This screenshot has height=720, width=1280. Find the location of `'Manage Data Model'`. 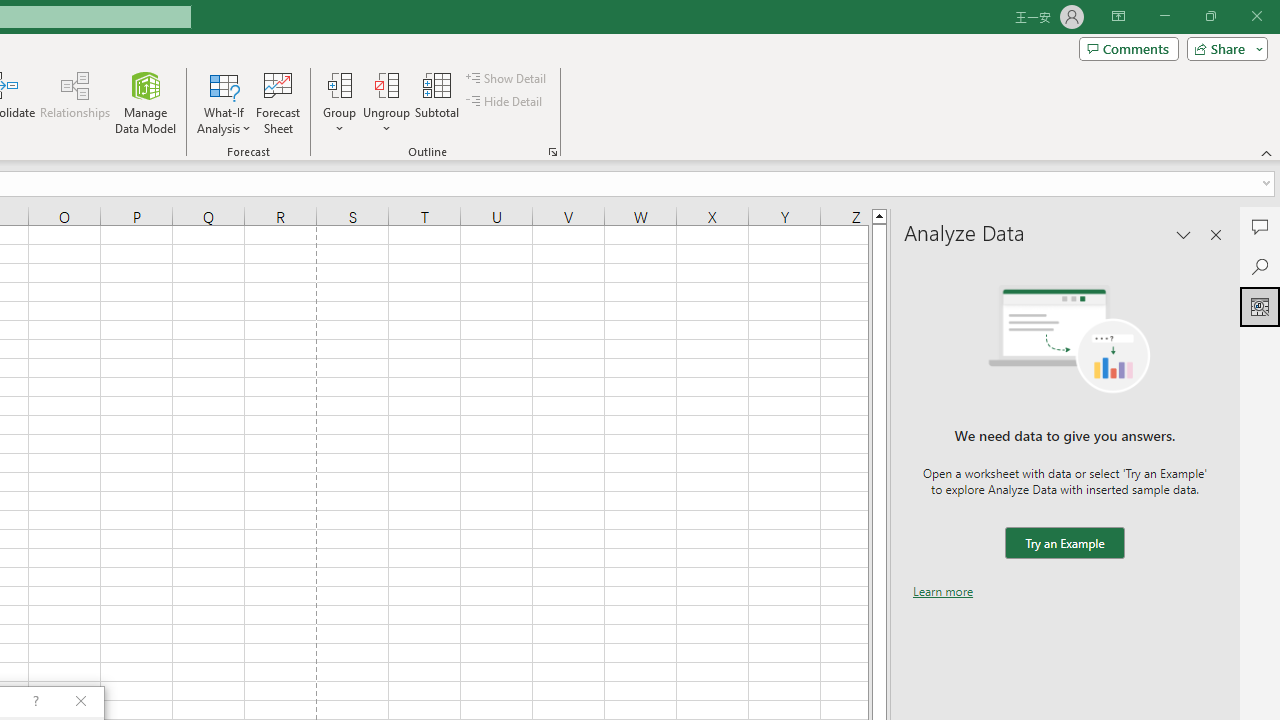

'Manage Data Model' is located at coordinates (144, 103).